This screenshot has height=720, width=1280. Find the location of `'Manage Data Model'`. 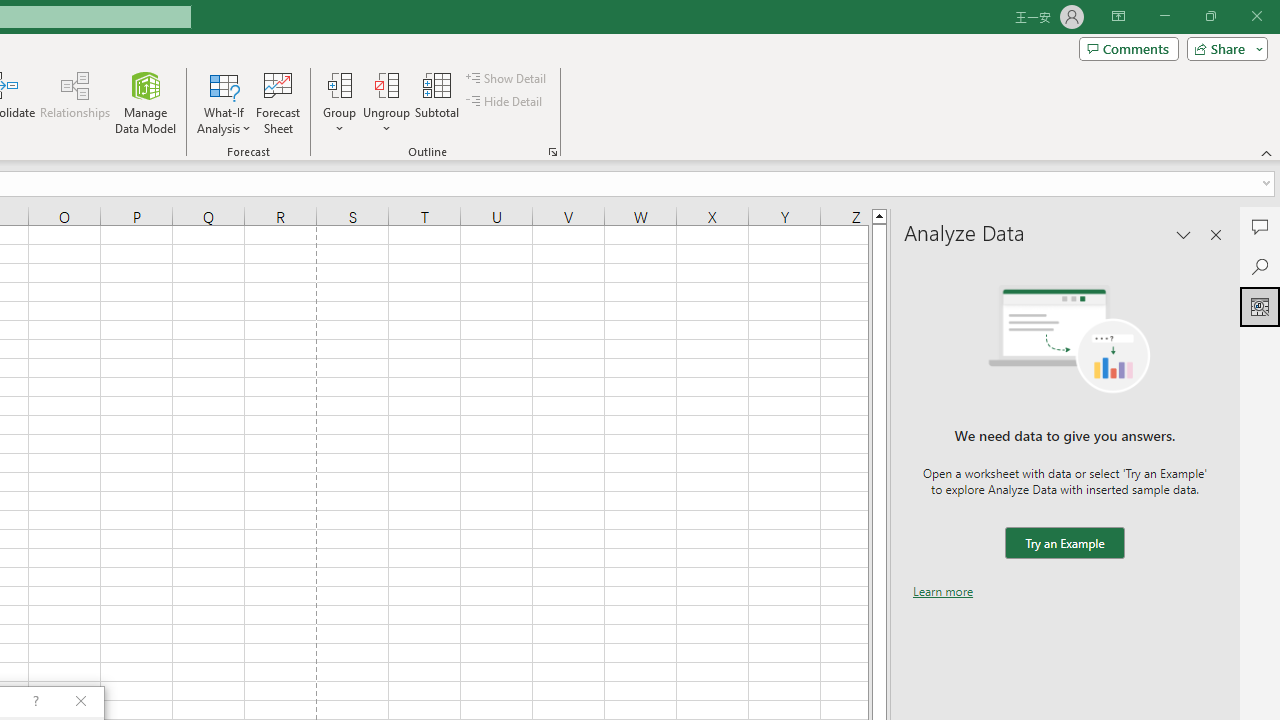

'Manage Data Model' is located at coordinates (144, 103).